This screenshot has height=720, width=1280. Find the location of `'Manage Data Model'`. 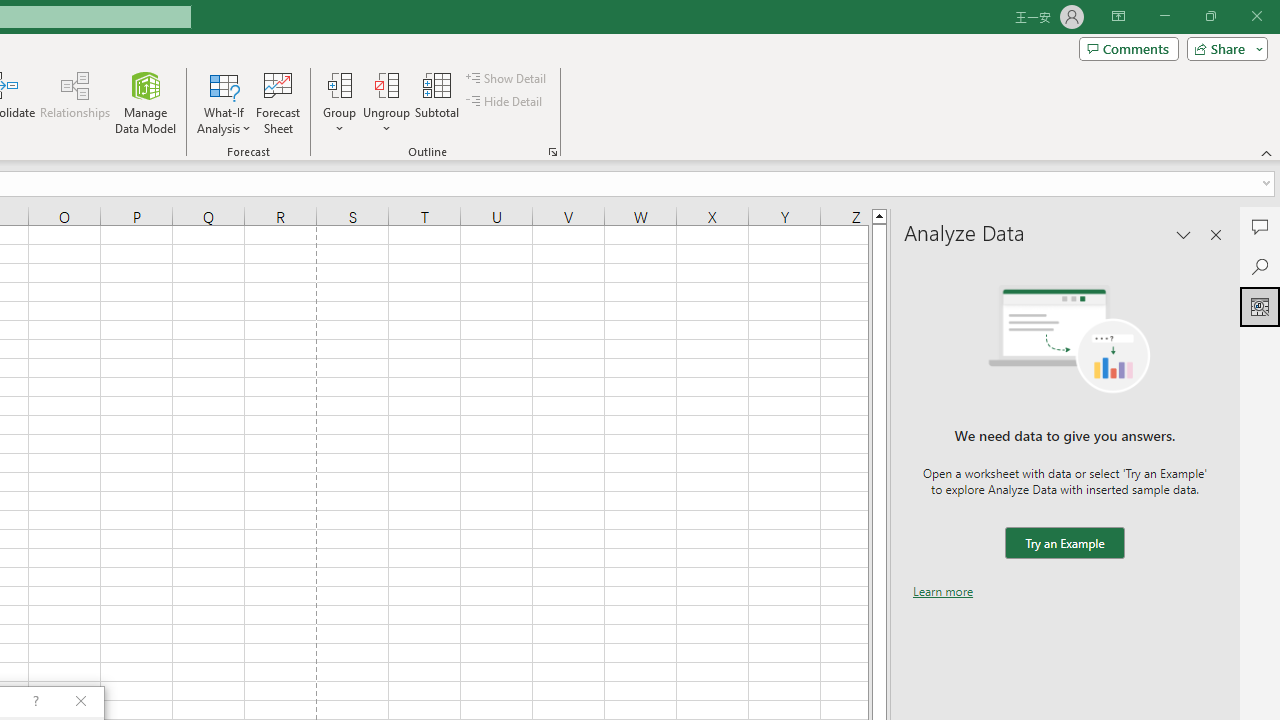

'Manage Data Model' is located at coordinates (144, 103).